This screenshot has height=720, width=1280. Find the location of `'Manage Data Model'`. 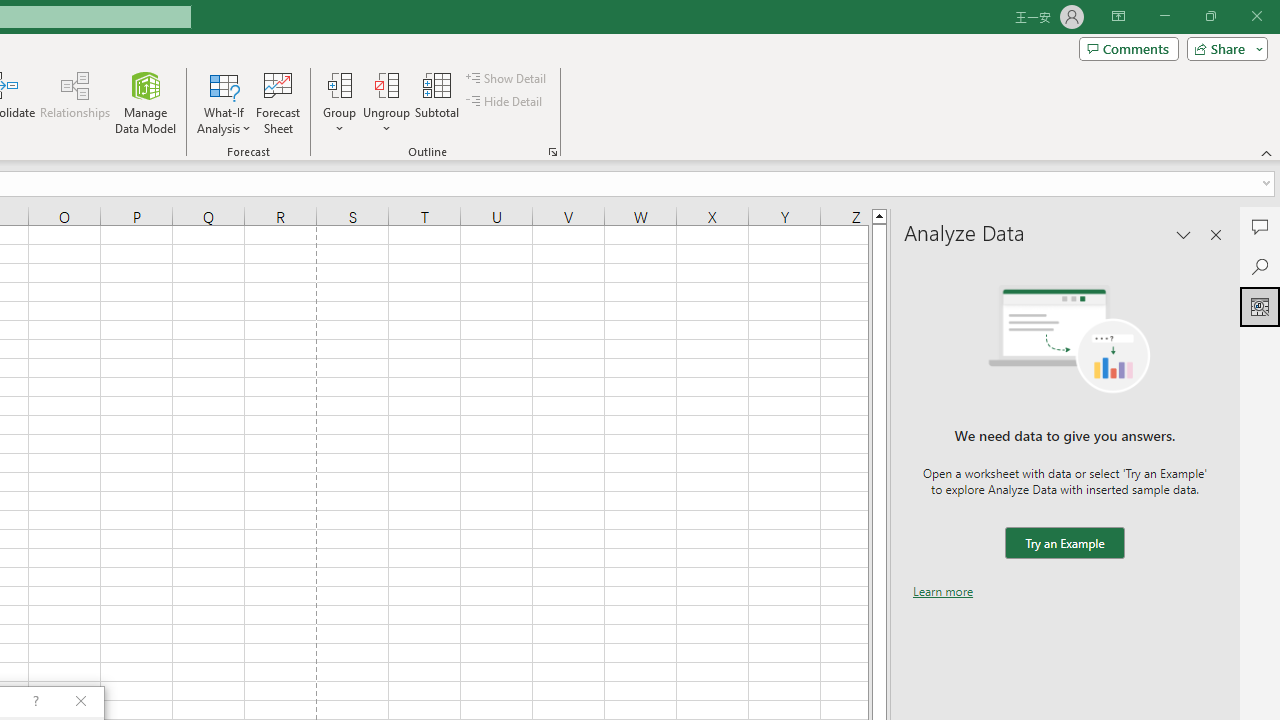

'Manage Data Model' is located at coordinates (144, 103).